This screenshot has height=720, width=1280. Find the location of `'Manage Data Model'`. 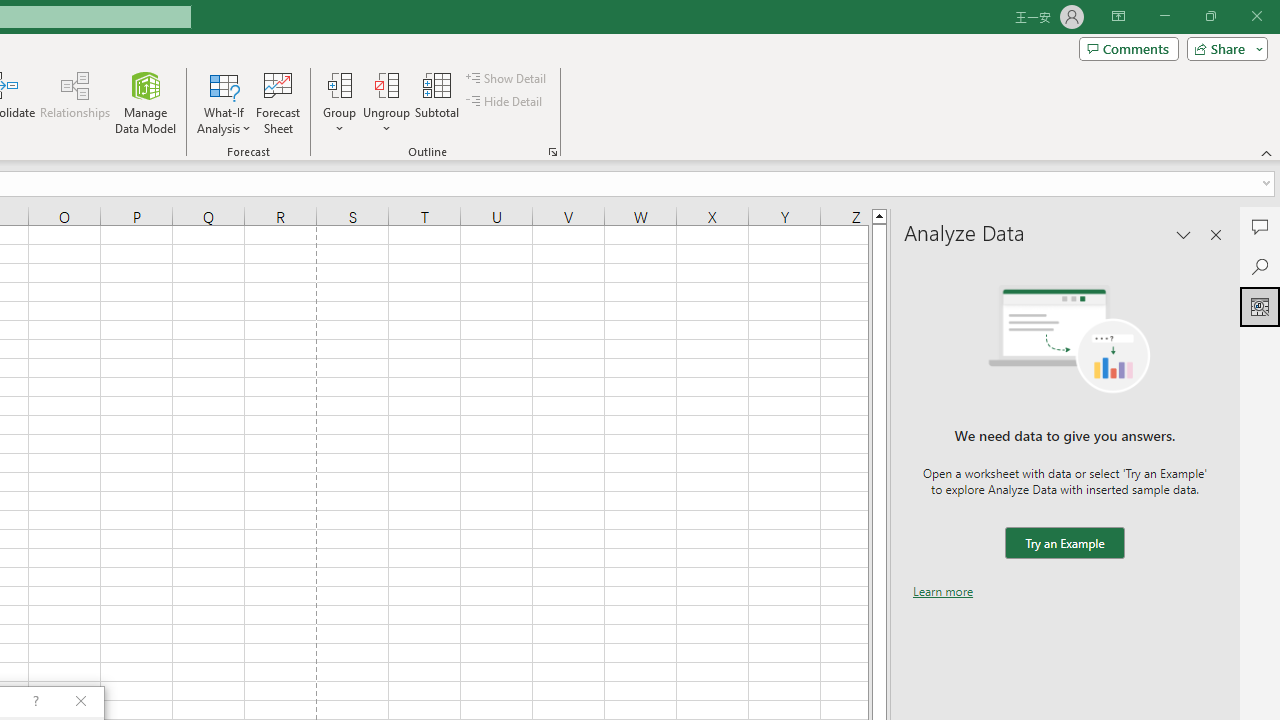

'Manage Data Model' is located at coordinates (144, 103).